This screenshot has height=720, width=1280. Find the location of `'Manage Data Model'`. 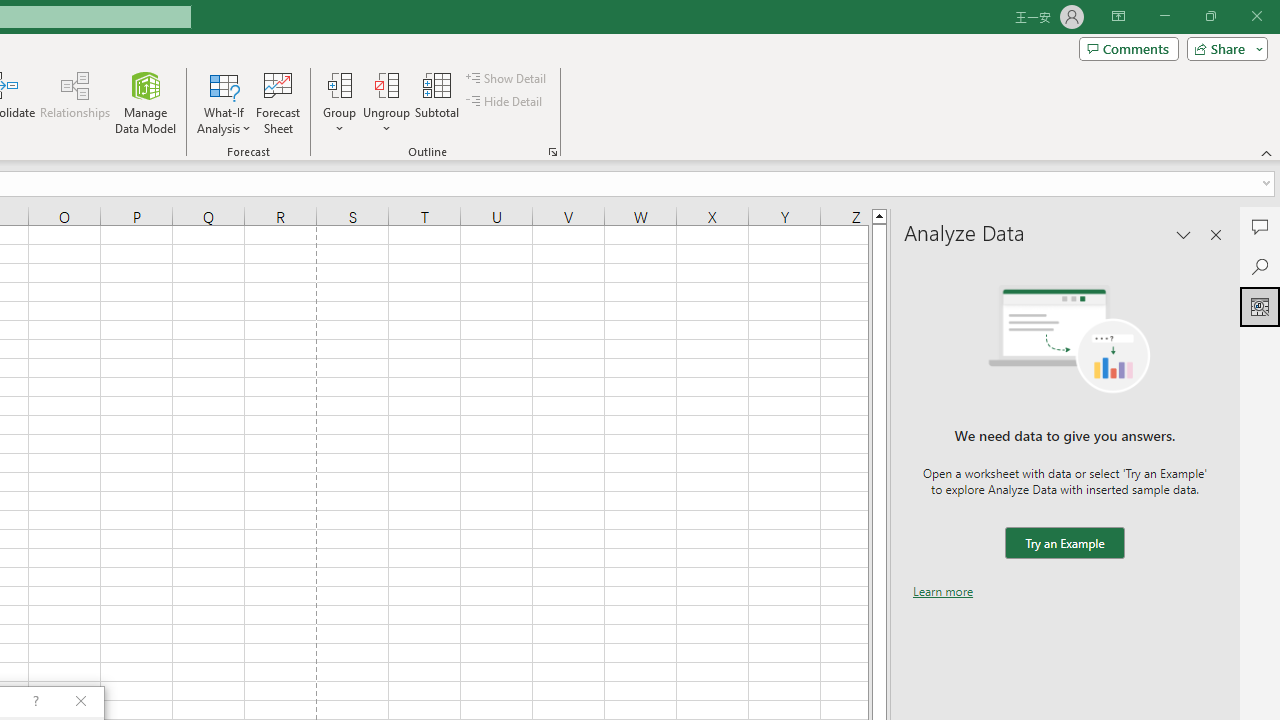

'Manage Data Model' is located at coordinates (144, 103).